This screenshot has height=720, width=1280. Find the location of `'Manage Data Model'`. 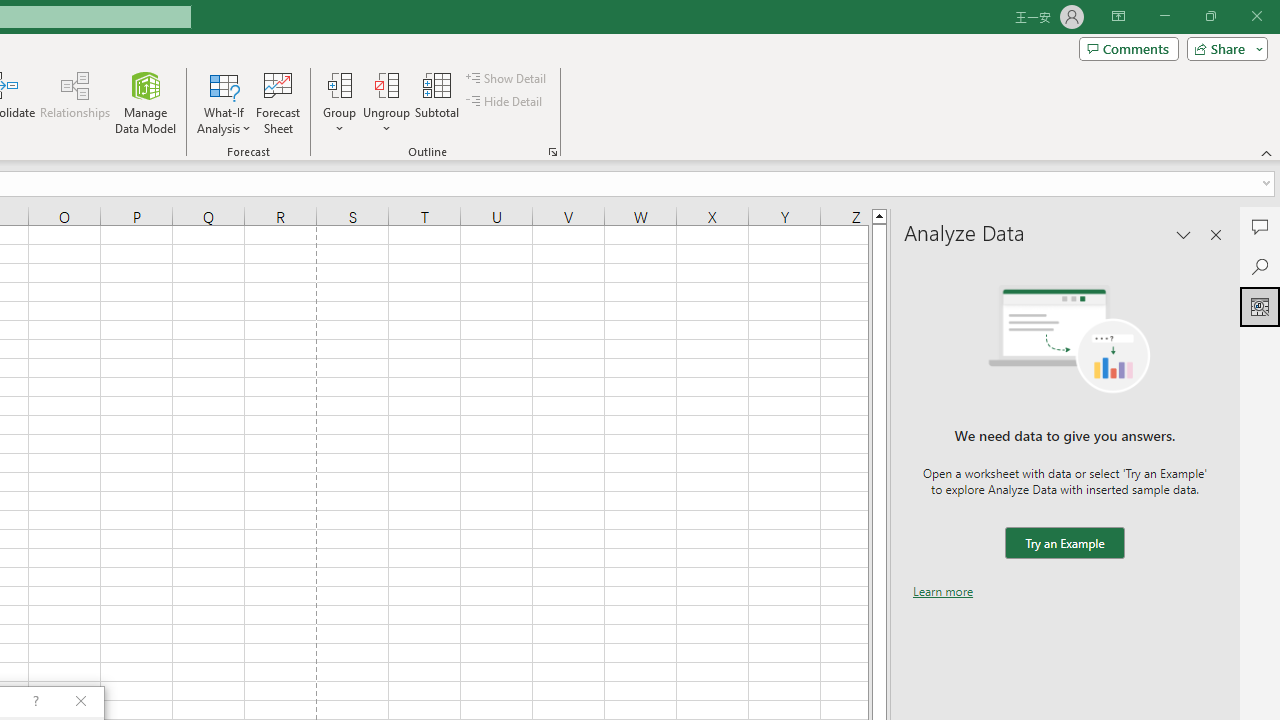

'Manage Data Model' is located at coordinates (144, 103).